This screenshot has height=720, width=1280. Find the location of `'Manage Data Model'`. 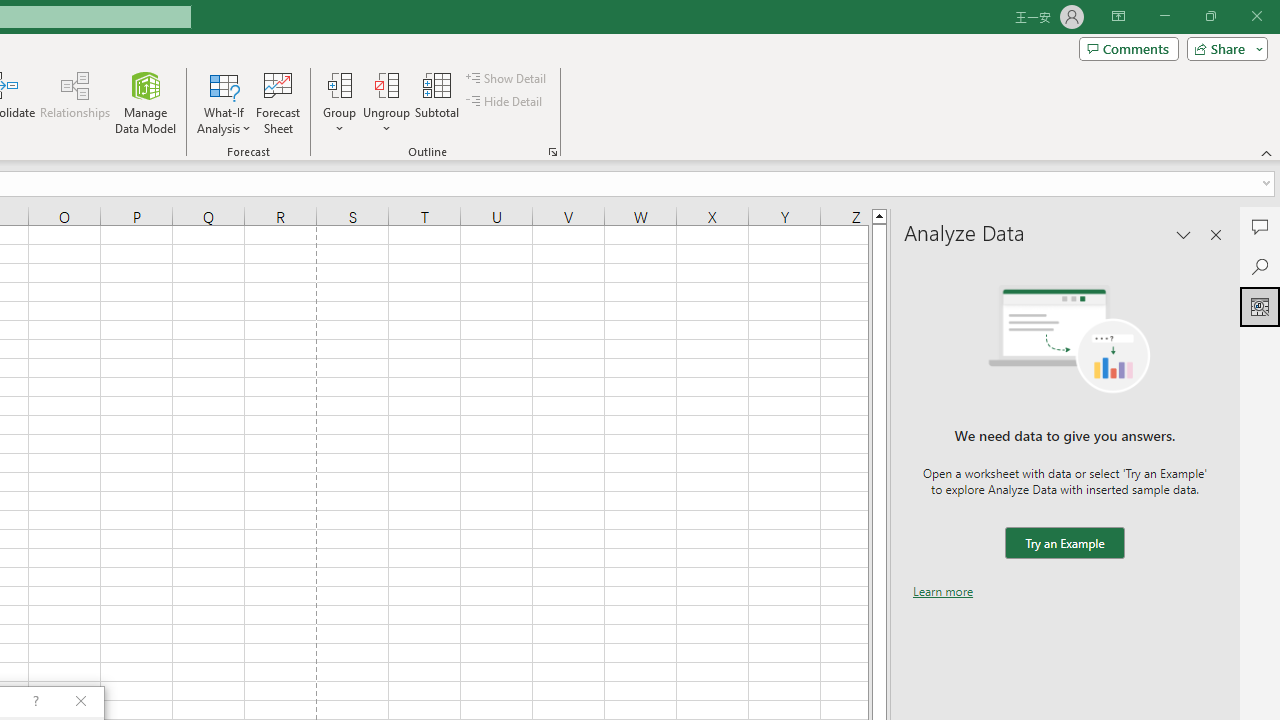

'Manage Data Model' is located at coordinates (144, 103).